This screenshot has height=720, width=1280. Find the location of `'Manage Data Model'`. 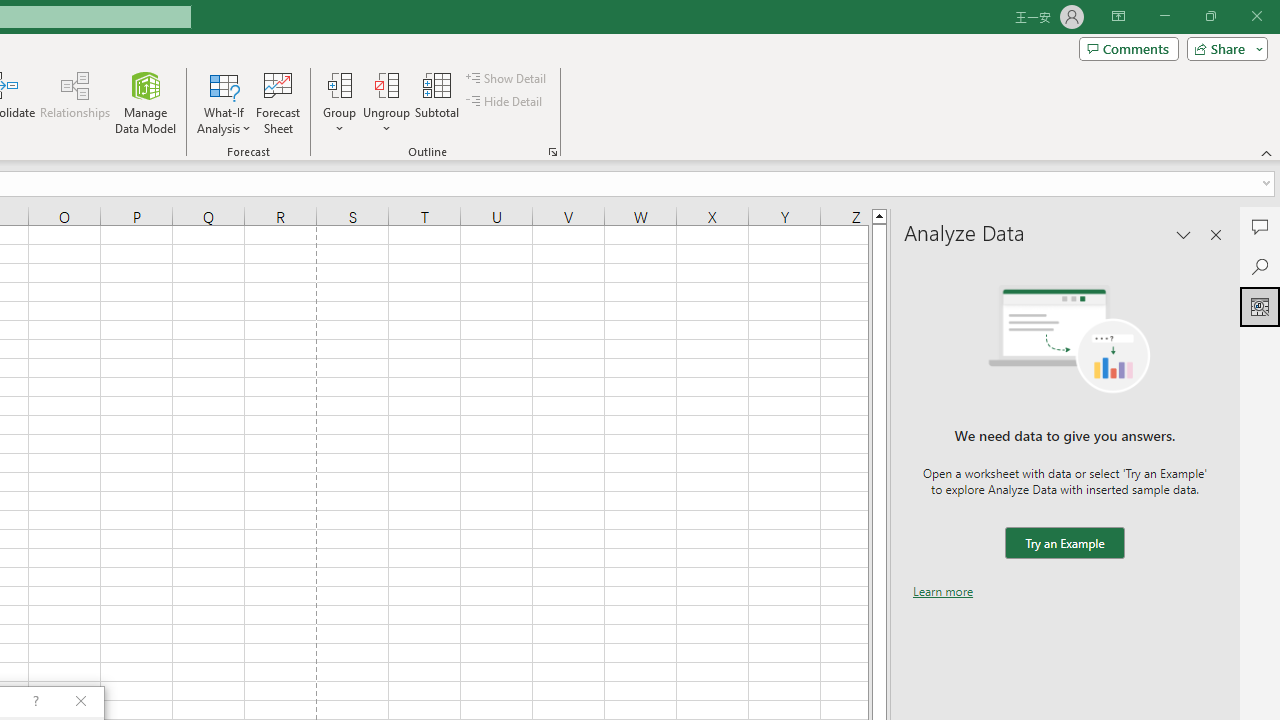

'Manage Data Model' is located at coordinates (144, 103).